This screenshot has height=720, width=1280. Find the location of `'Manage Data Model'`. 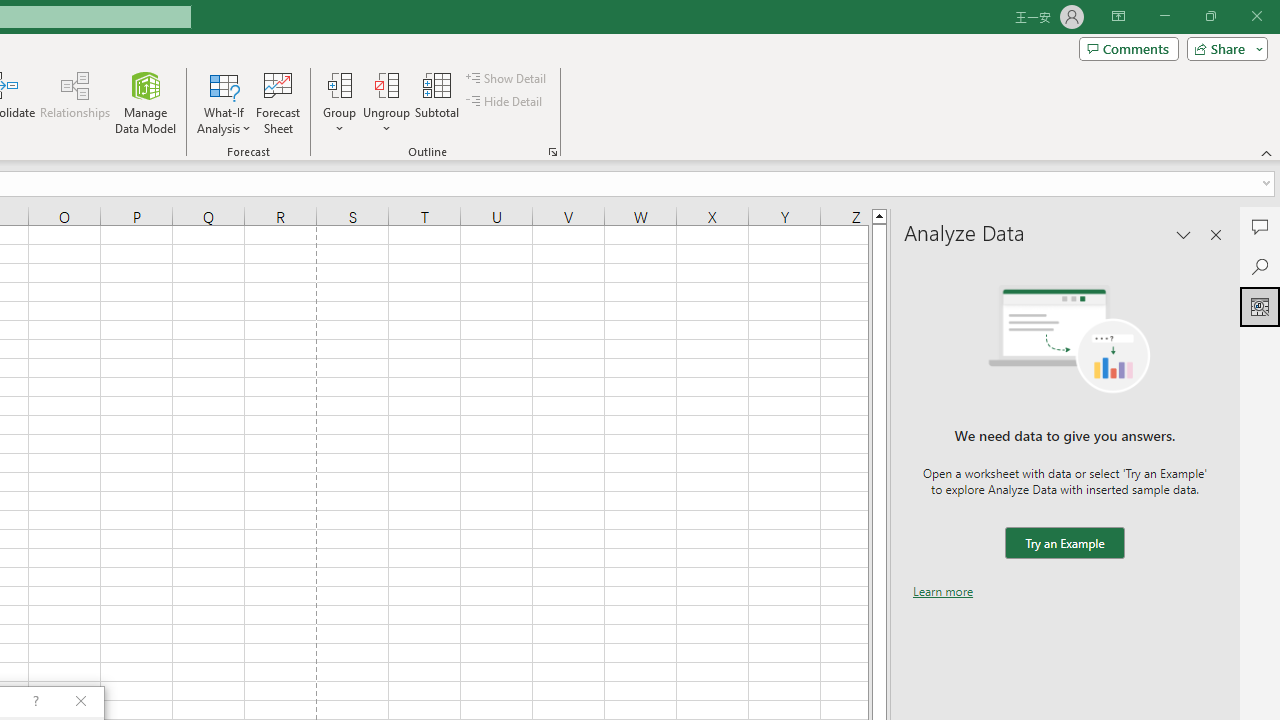

'Manage Data Model' is located at coordinates (144, 103).